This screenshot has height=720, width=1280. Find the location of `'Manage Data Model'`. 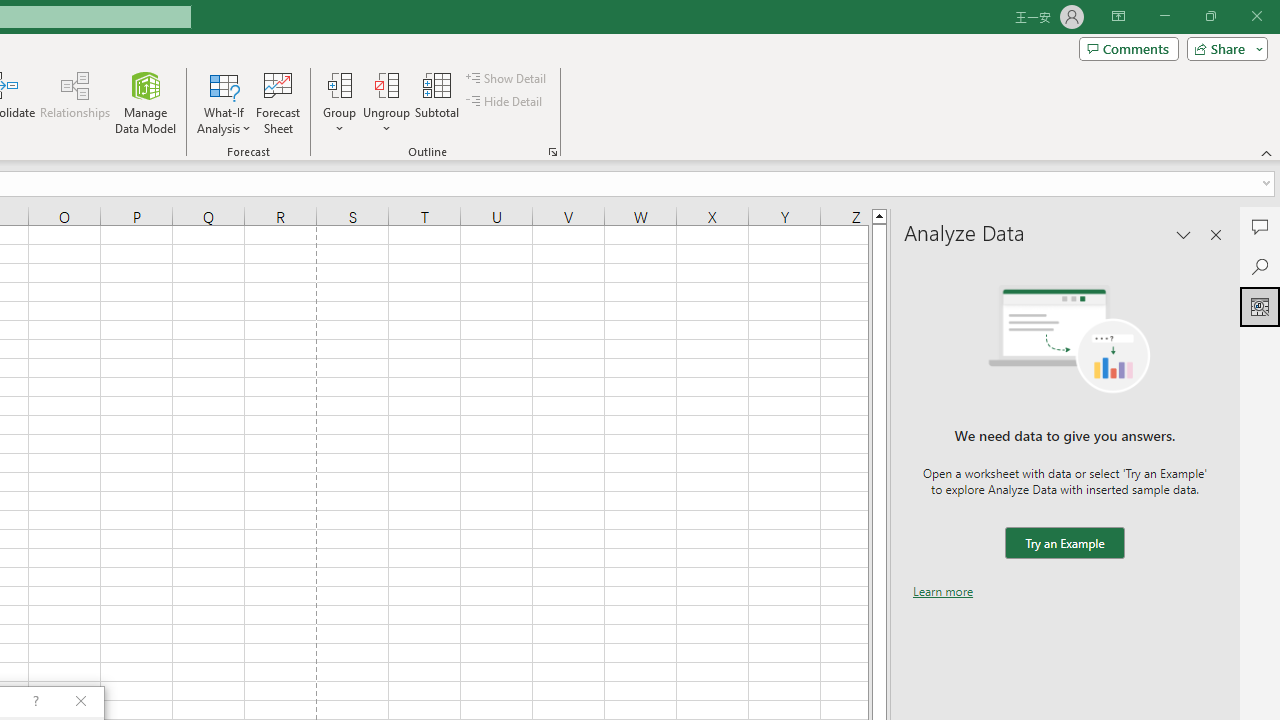

'Manage Data Model' is located at coordinates (144, 103).